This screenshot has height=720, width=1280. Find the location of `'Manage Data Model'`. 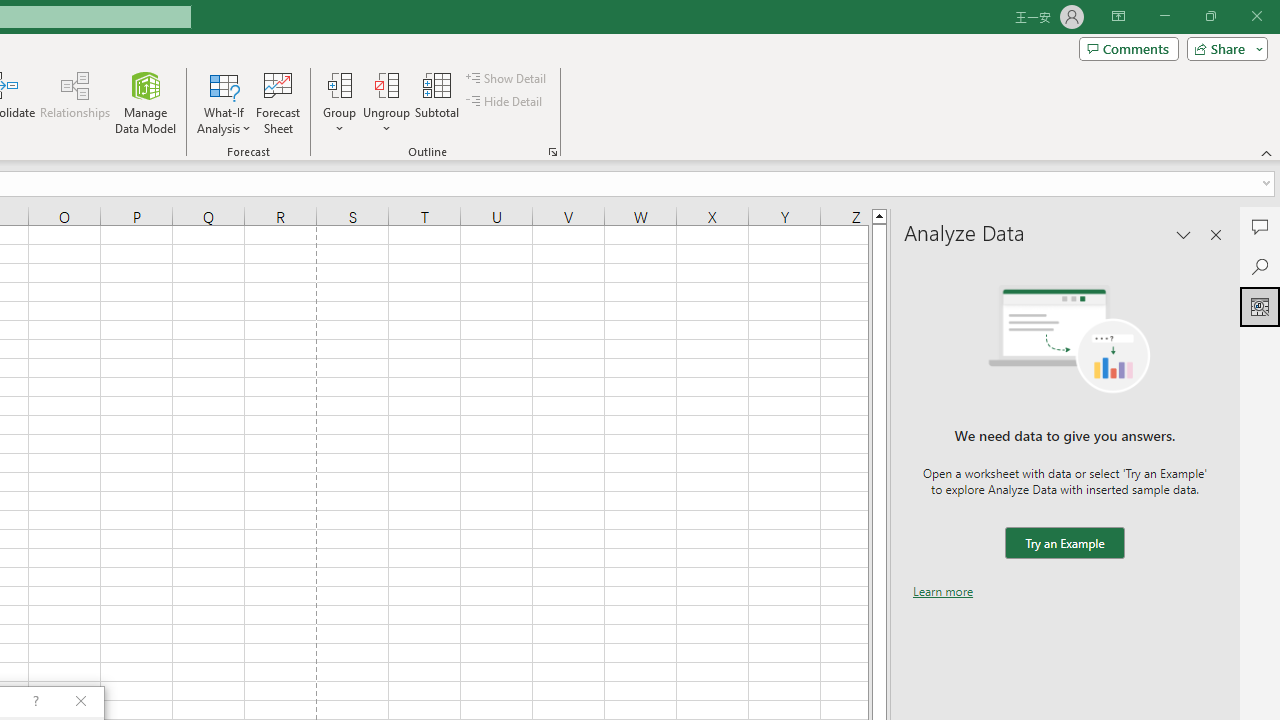

'Manage Data Model' is located at coordinates (144, 103).